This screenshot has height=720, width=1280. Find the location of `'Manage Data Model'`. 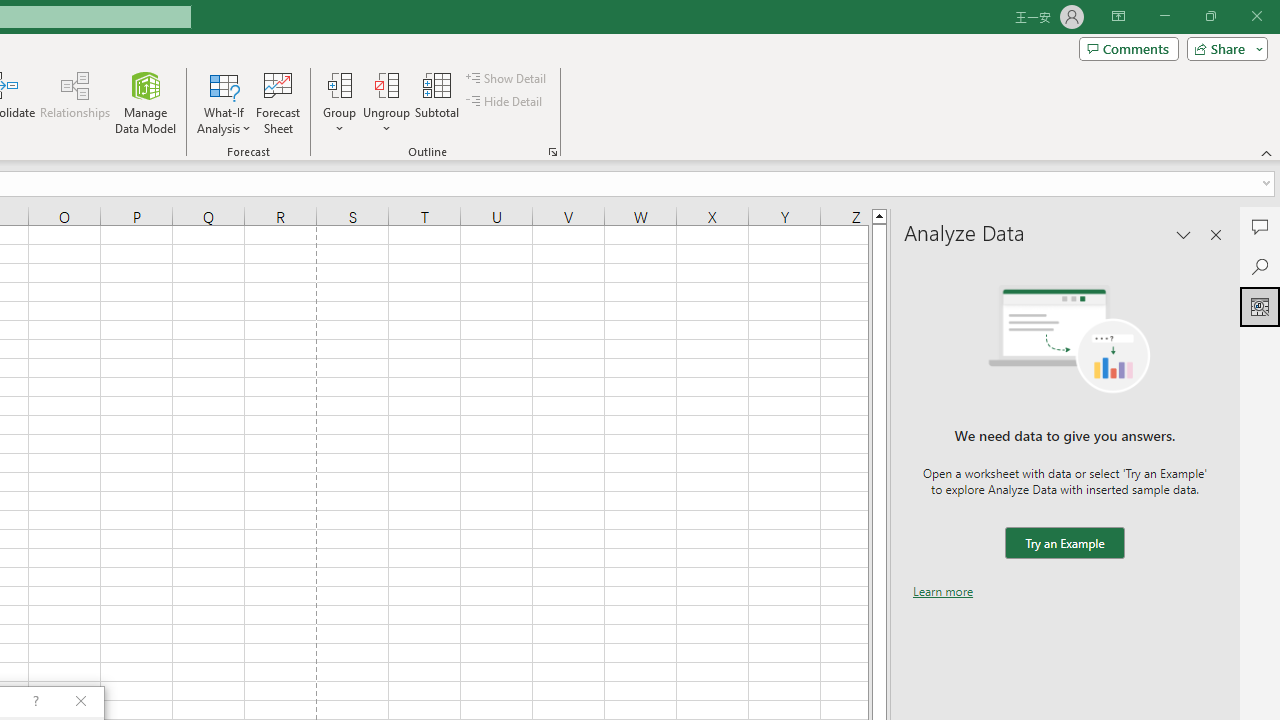

'Manage Data Model' is located at coordinates (144, 103).